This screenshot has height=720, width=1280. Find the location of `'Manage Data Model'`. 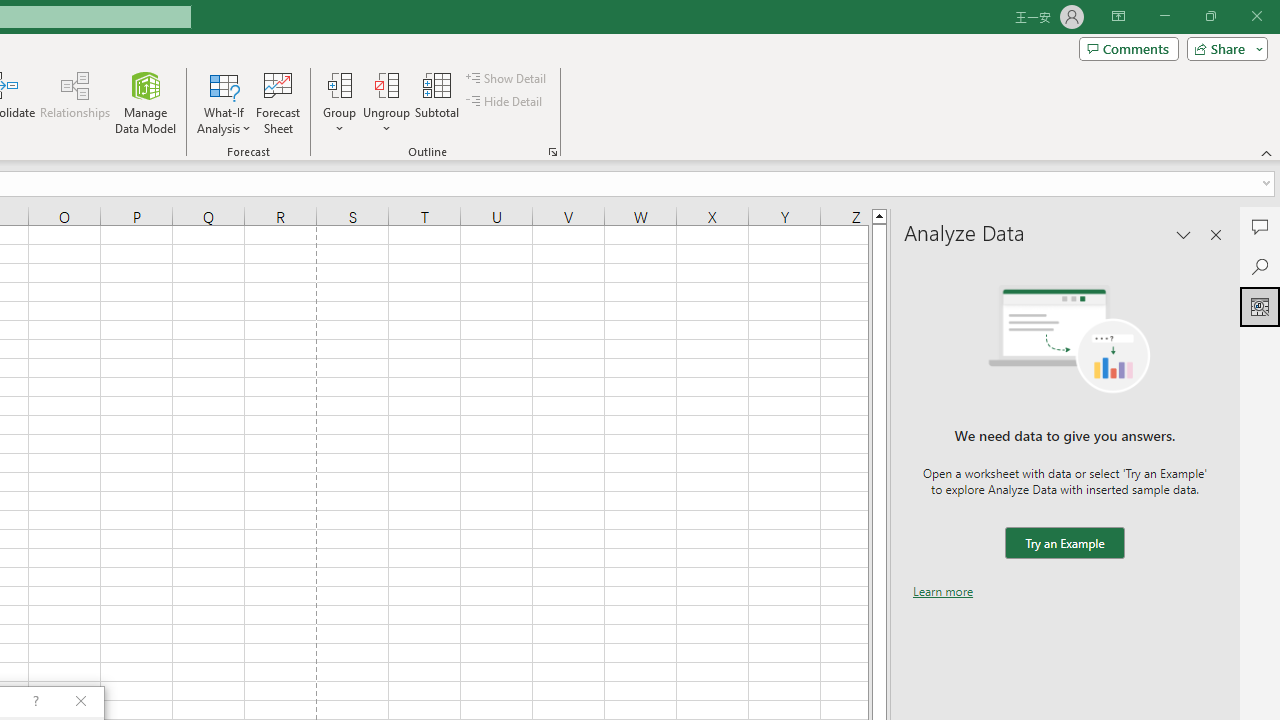

'Manage Data Model' is located at coordinates (144, 103).